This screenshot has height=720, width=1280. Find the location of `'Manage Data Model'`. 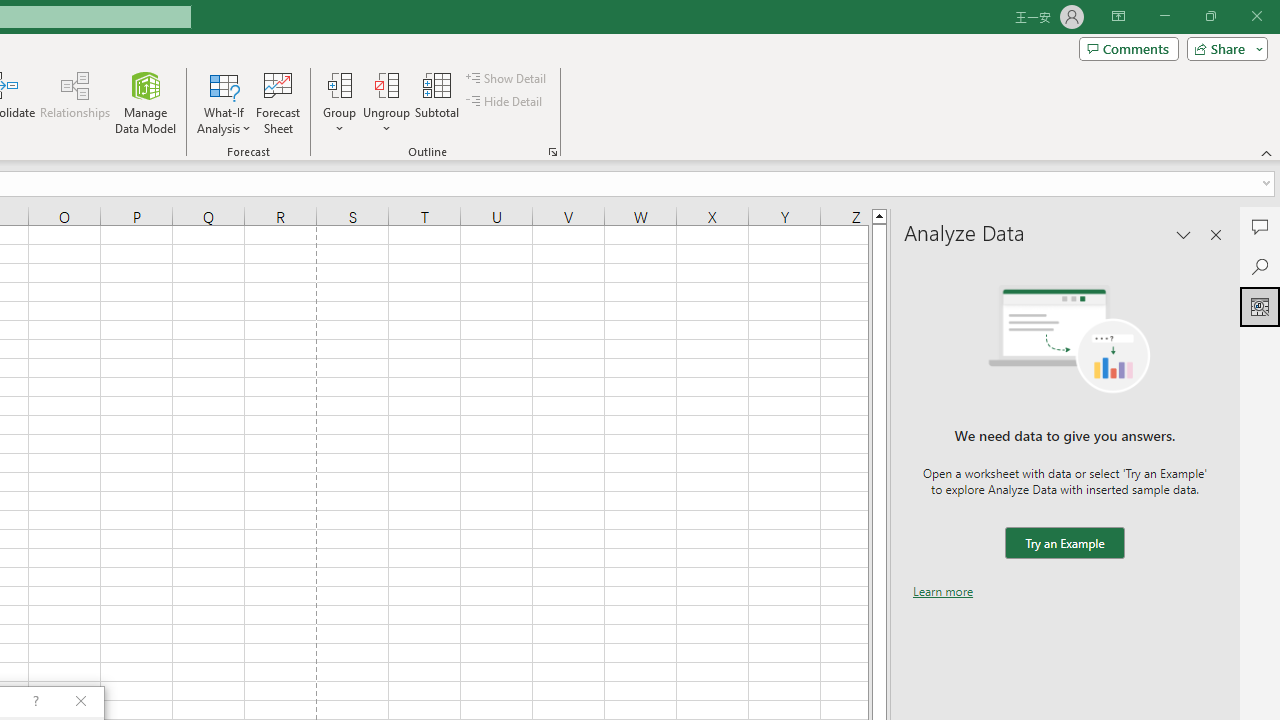

'Manage Data Model' is located at coordinates (144, 103).